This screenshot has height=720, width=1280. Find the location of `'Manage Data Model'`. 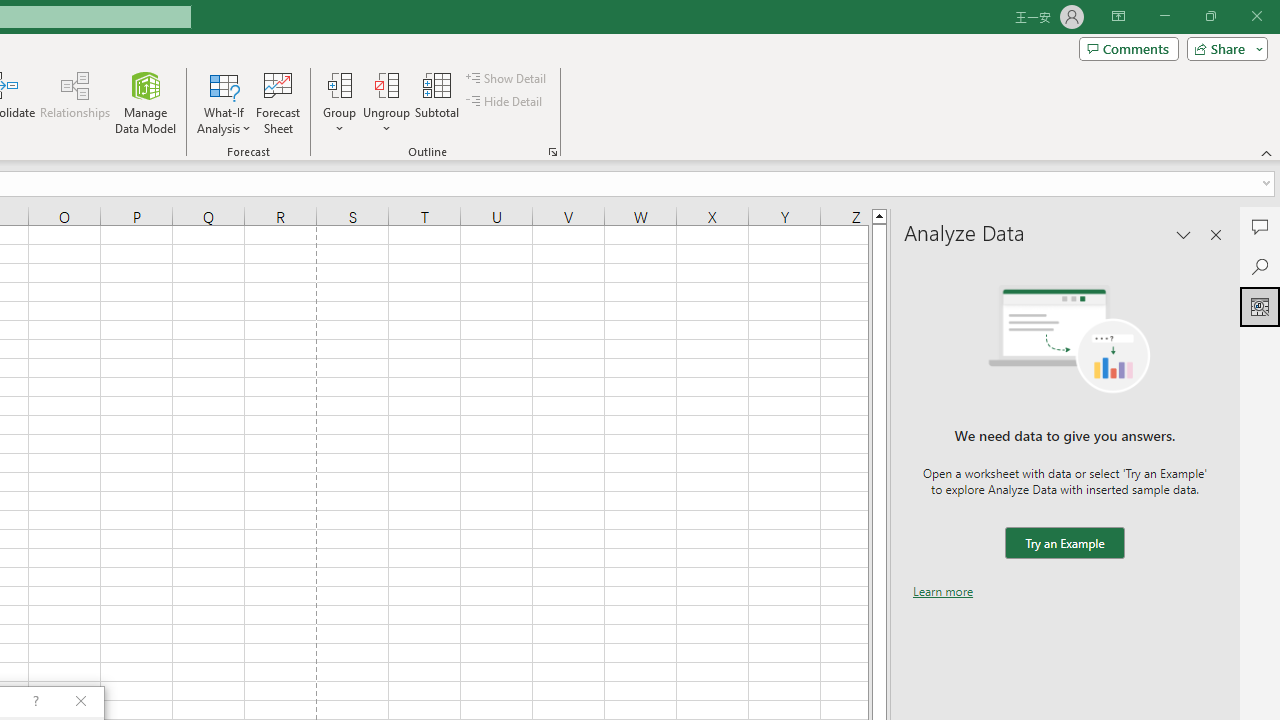

'Manage Data Model' is located at coordinates (144, 103).